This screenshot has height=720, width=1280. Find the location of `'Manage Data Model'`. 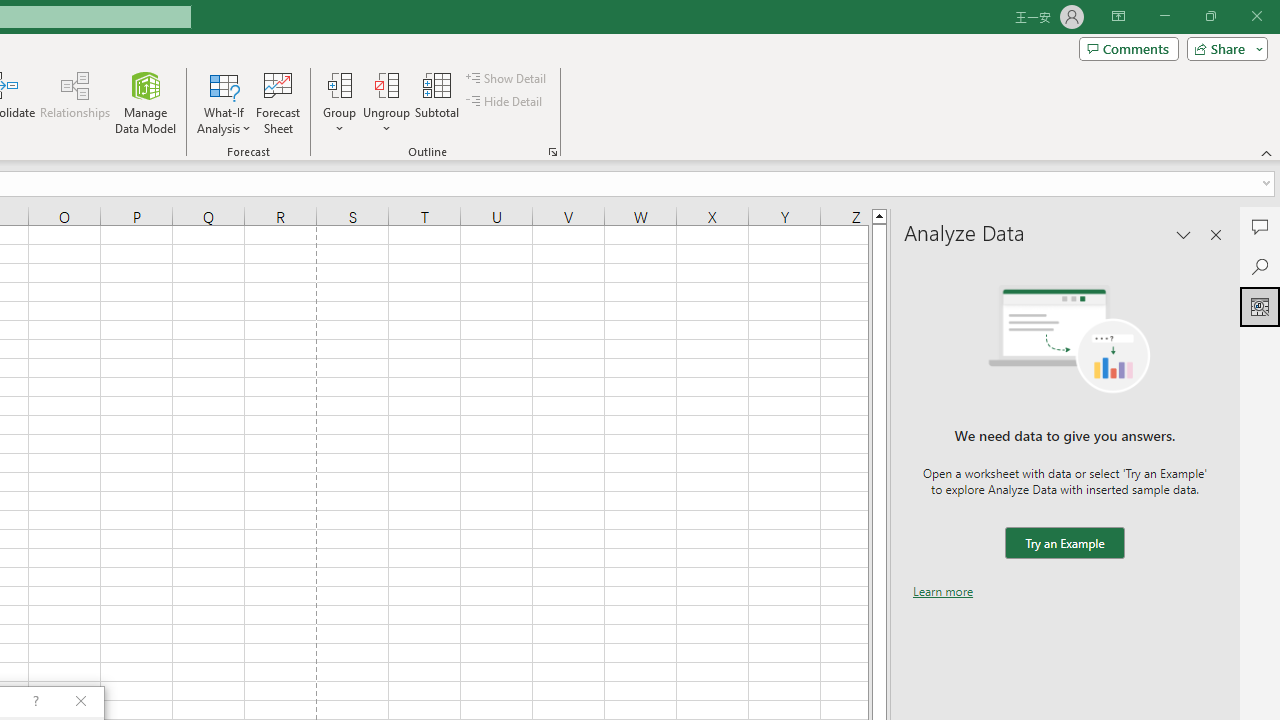

'Manage Data Model' is located at coordinates (144, 103).